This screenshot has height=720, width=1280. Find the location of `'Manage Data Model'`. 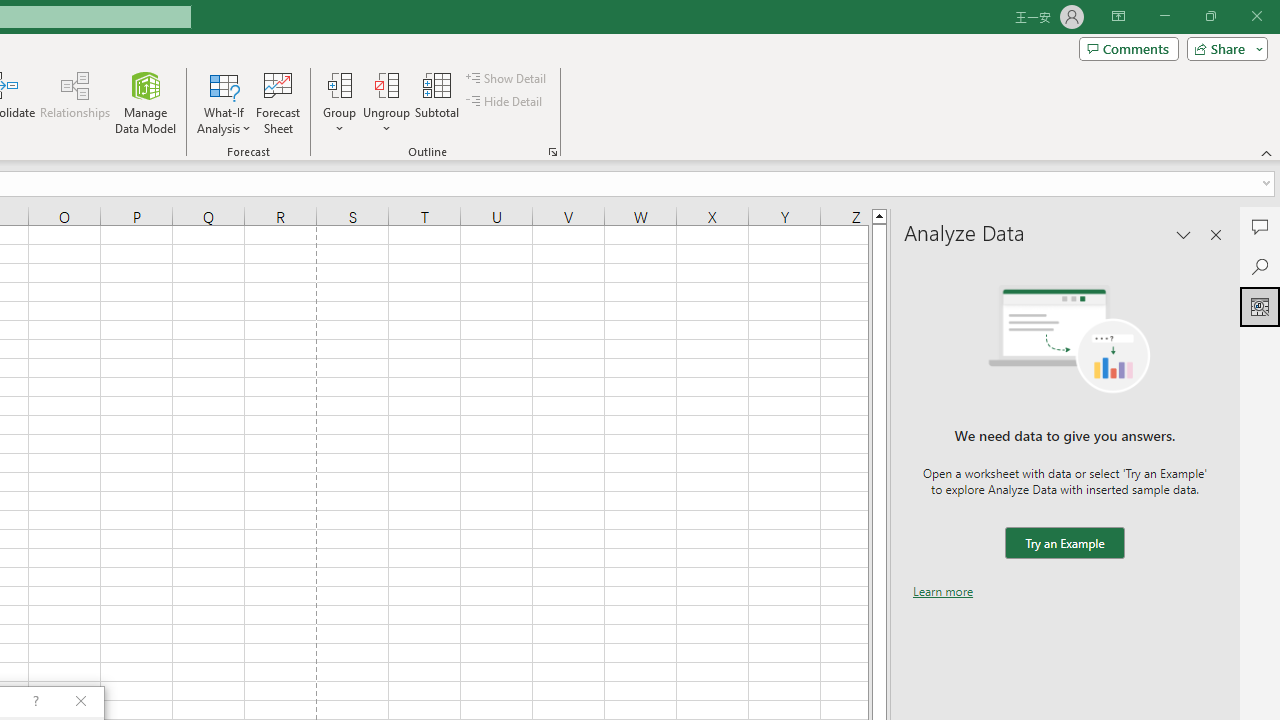

'Manage Data Model' is located at coordinates (144, 103).